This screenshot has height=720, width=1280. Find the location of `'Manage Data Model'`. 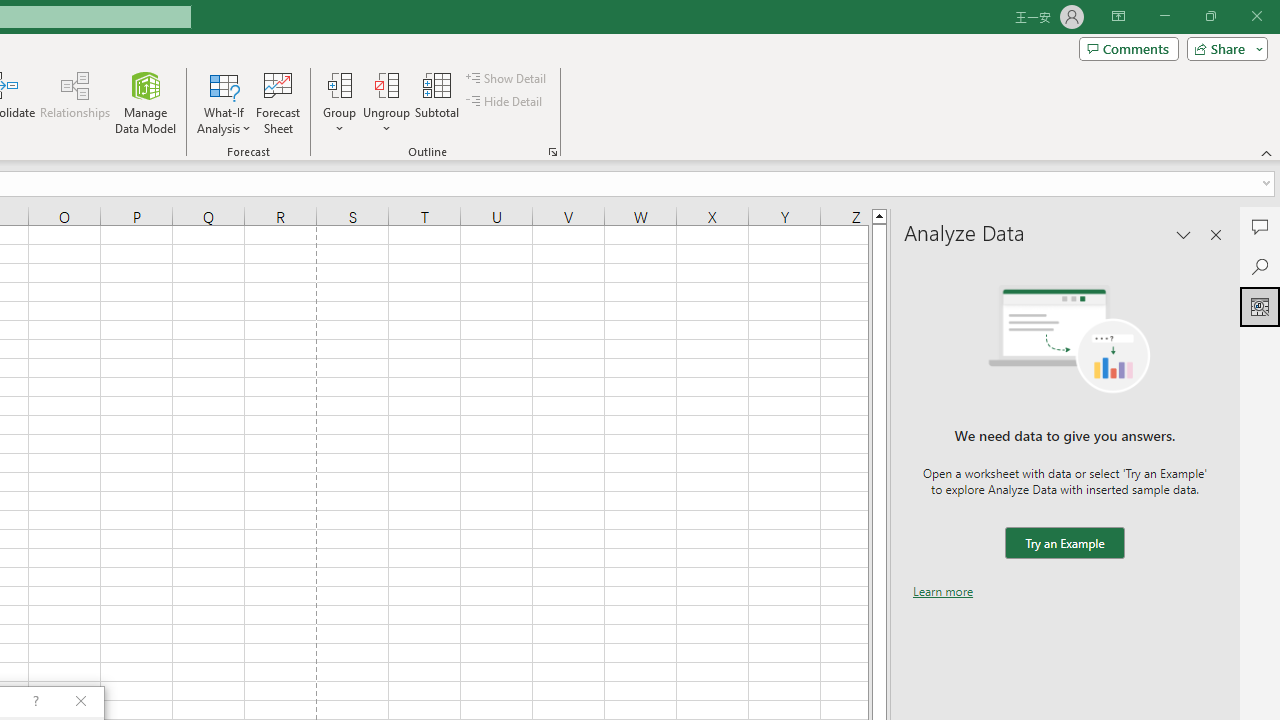

'Manage Data Model' is located at coordinates (144, 103).